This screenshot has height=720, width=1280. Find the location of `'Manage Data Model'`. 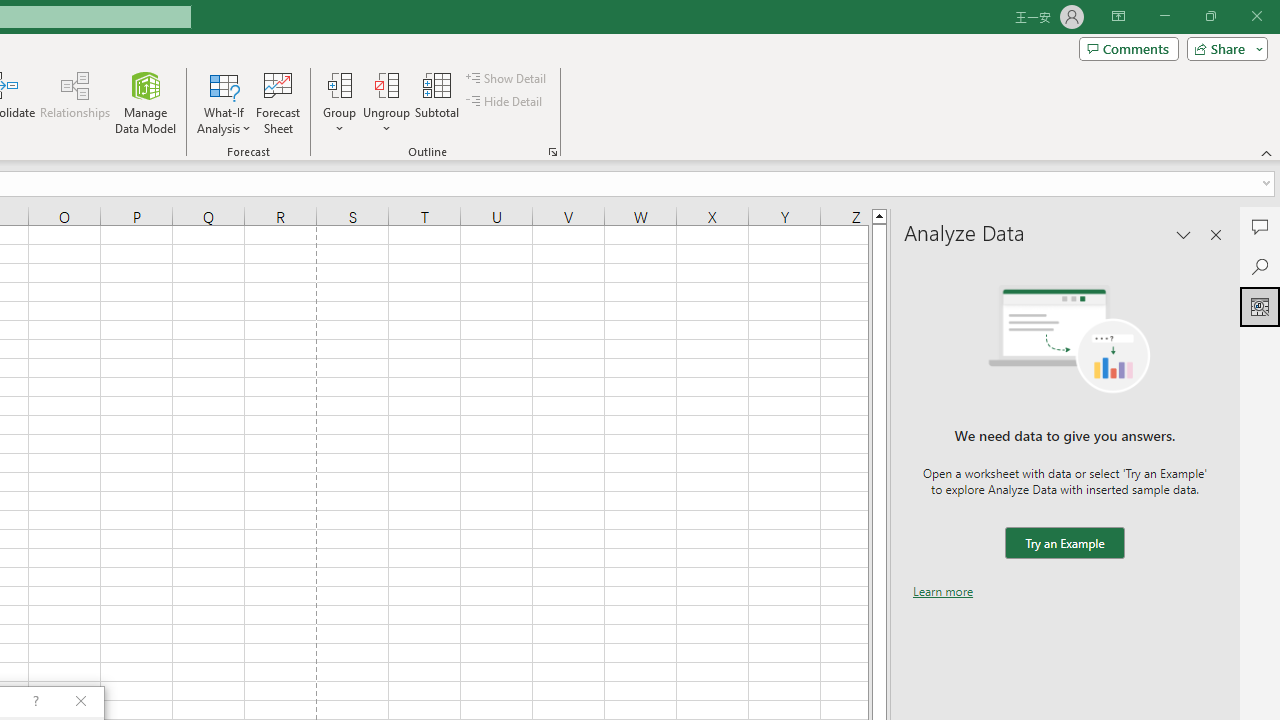

'Manage Data Model' is located at coordinates (144, 103).